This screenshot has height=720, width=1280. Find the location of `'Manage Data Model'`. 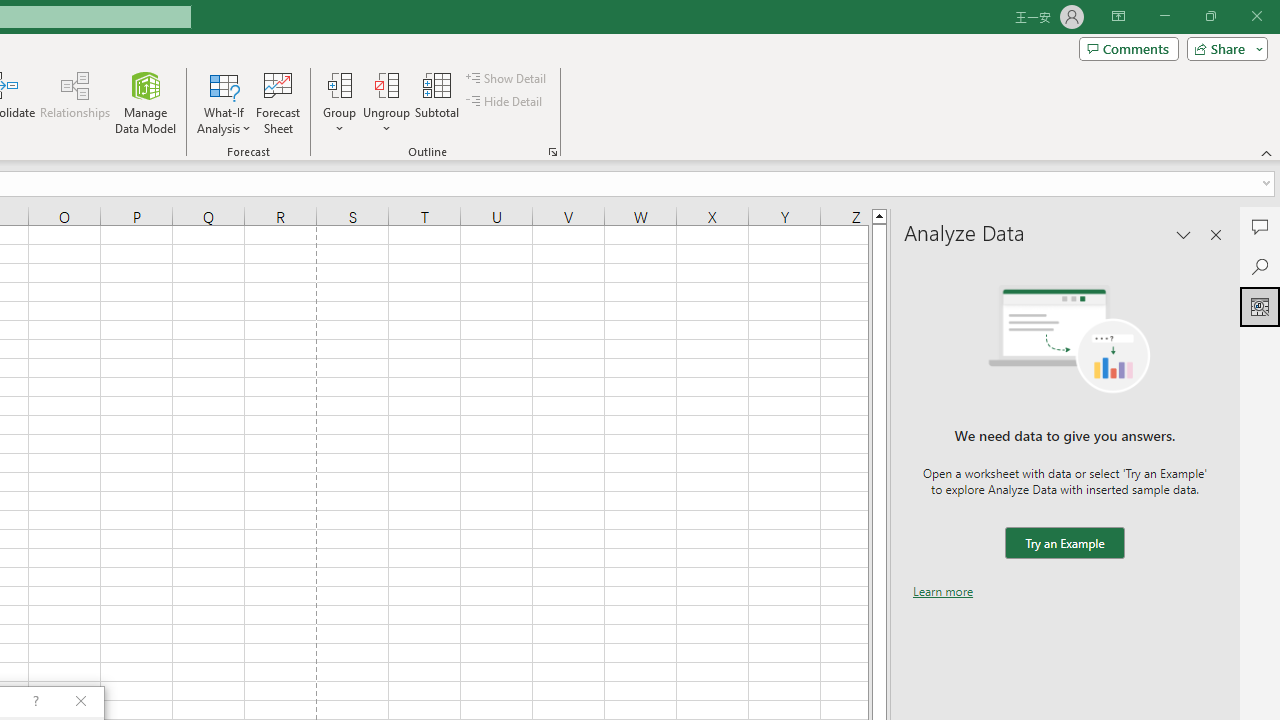

'Manage Data Model' is located at coordinates (144, 103).